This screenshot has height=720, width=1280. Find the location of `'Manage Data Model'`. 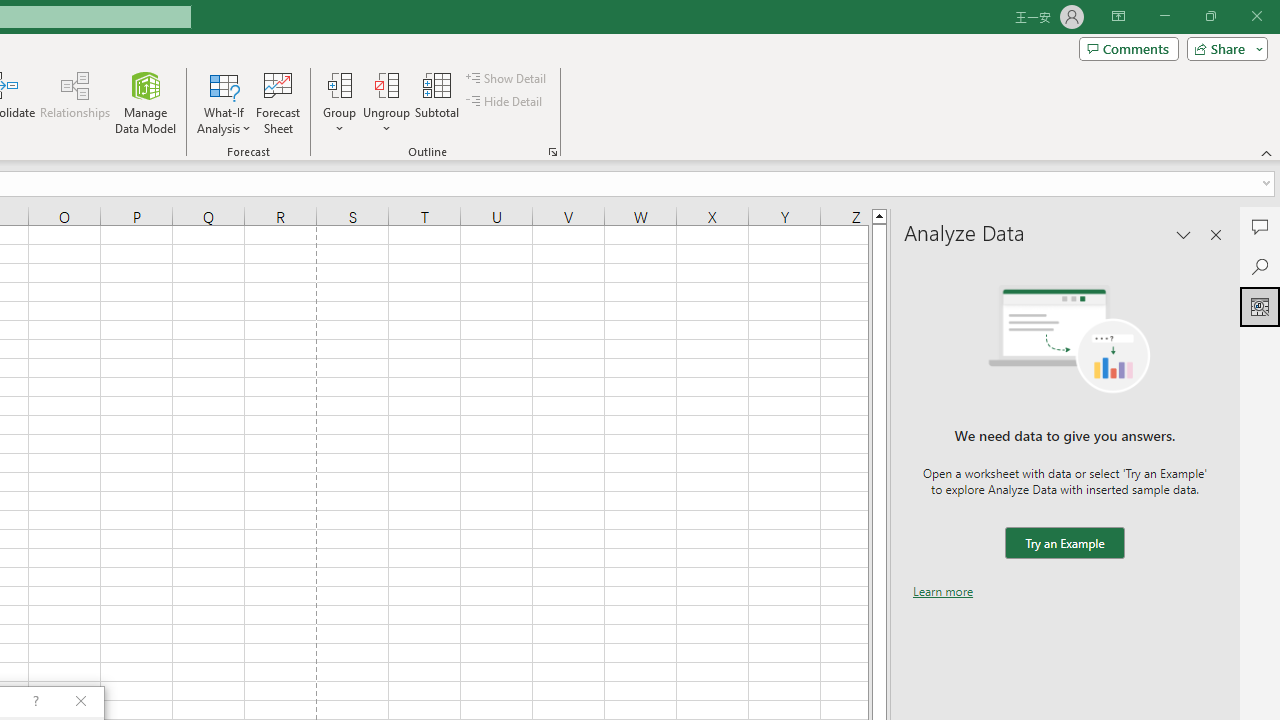

'Manage Data Model' is located at coordinates (144, 103).